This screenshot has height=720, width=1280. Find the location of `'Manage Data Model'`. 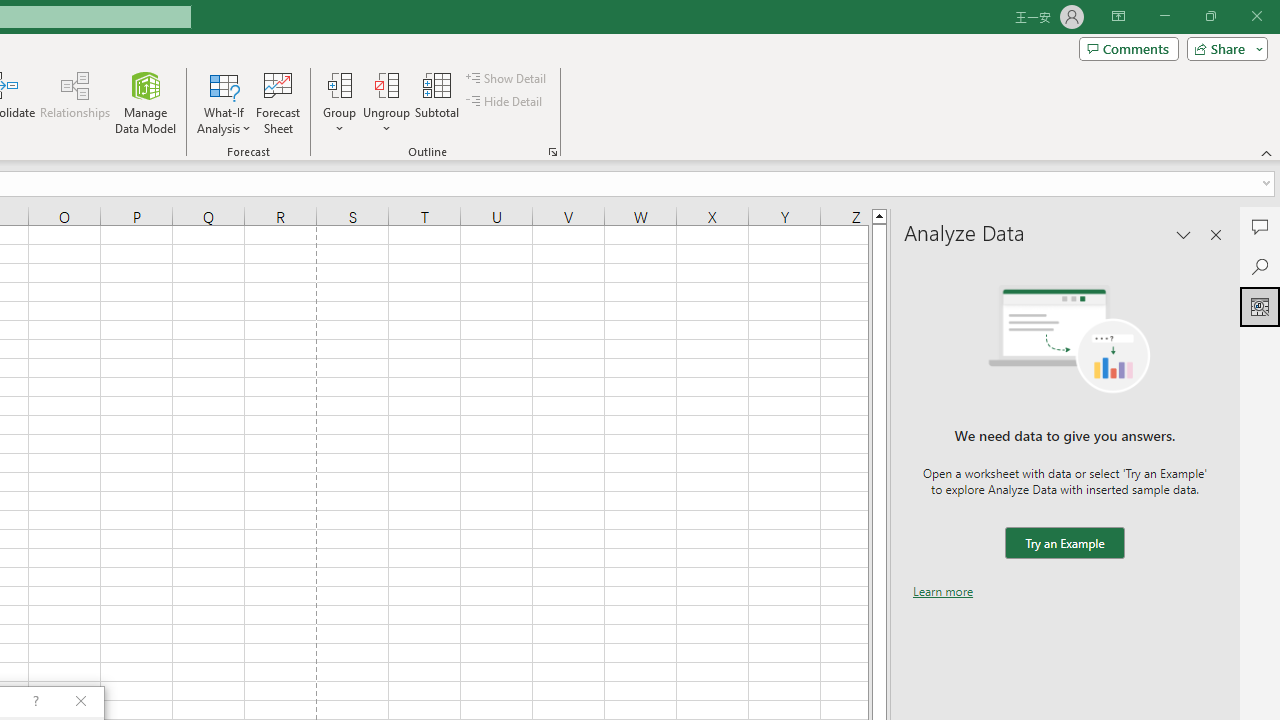

'Manage Data Model' is located at coordinates (144, 103).